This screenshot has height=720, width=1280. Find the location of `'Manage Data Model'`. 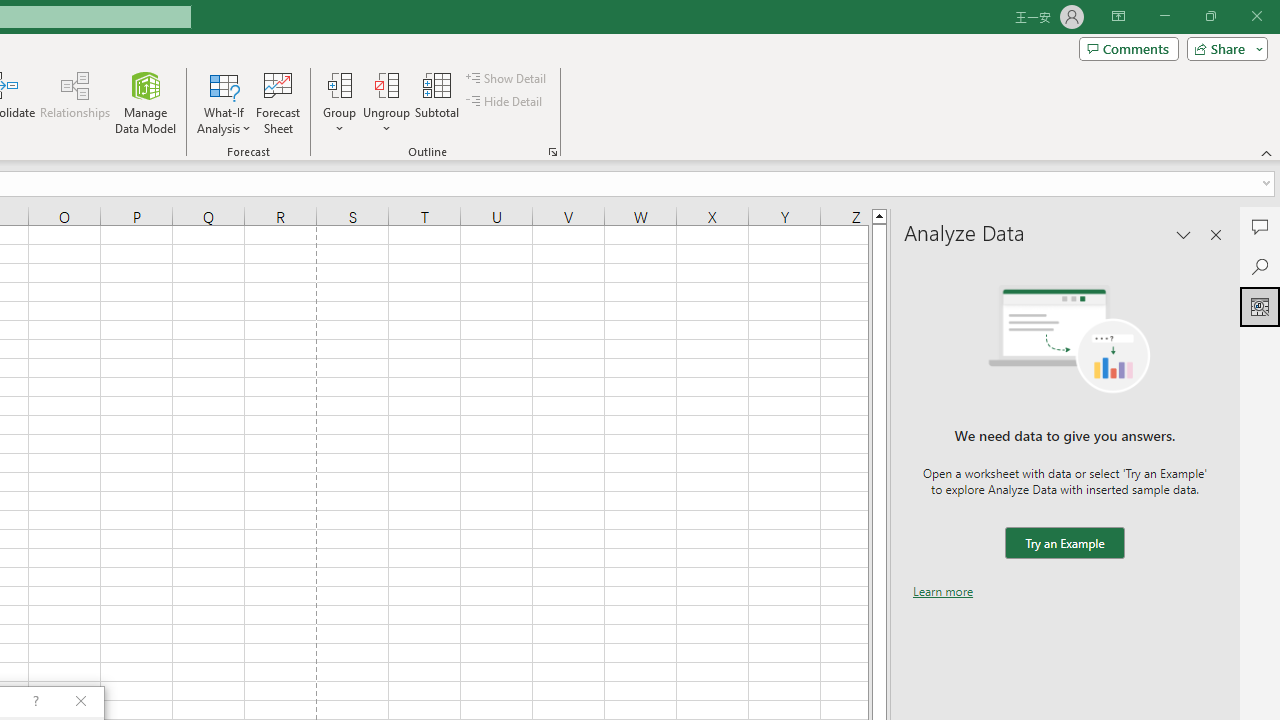

'Manage Data Model' is located at coordinates (144, 103).